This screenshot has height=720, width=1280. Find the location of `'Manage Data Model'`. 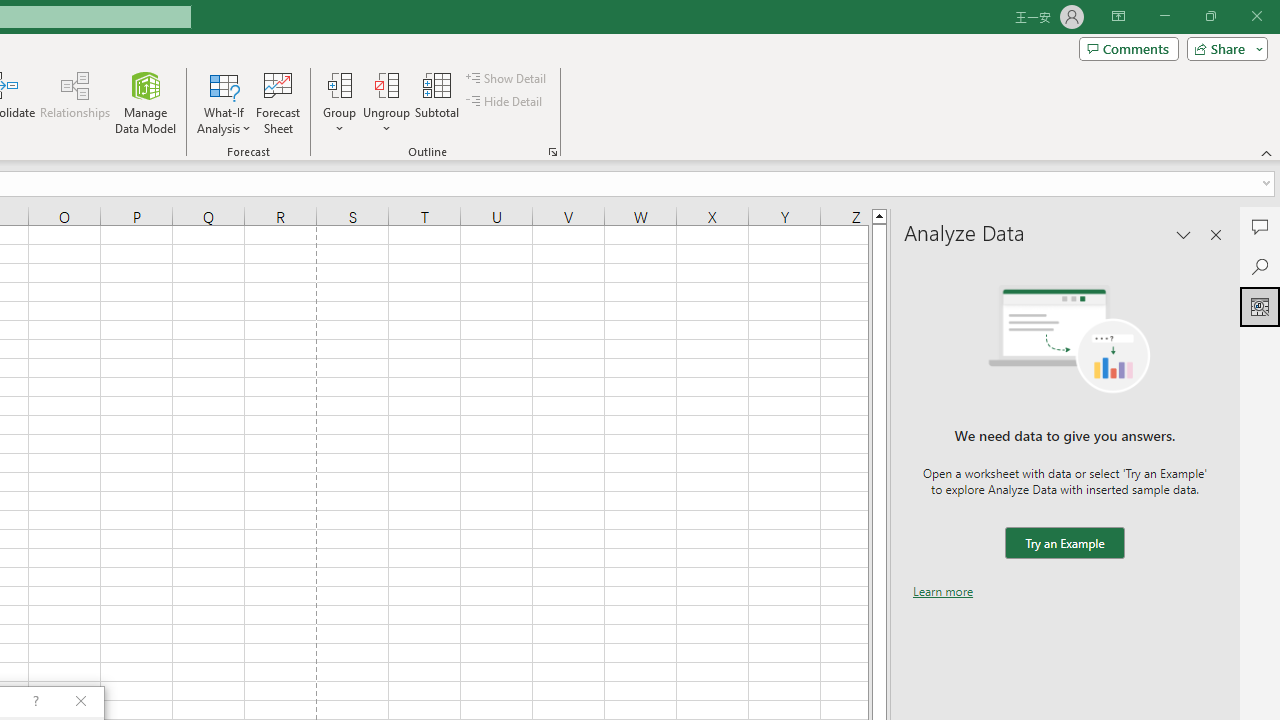

'Manage Data Model' is located at coordinates (144, 103).